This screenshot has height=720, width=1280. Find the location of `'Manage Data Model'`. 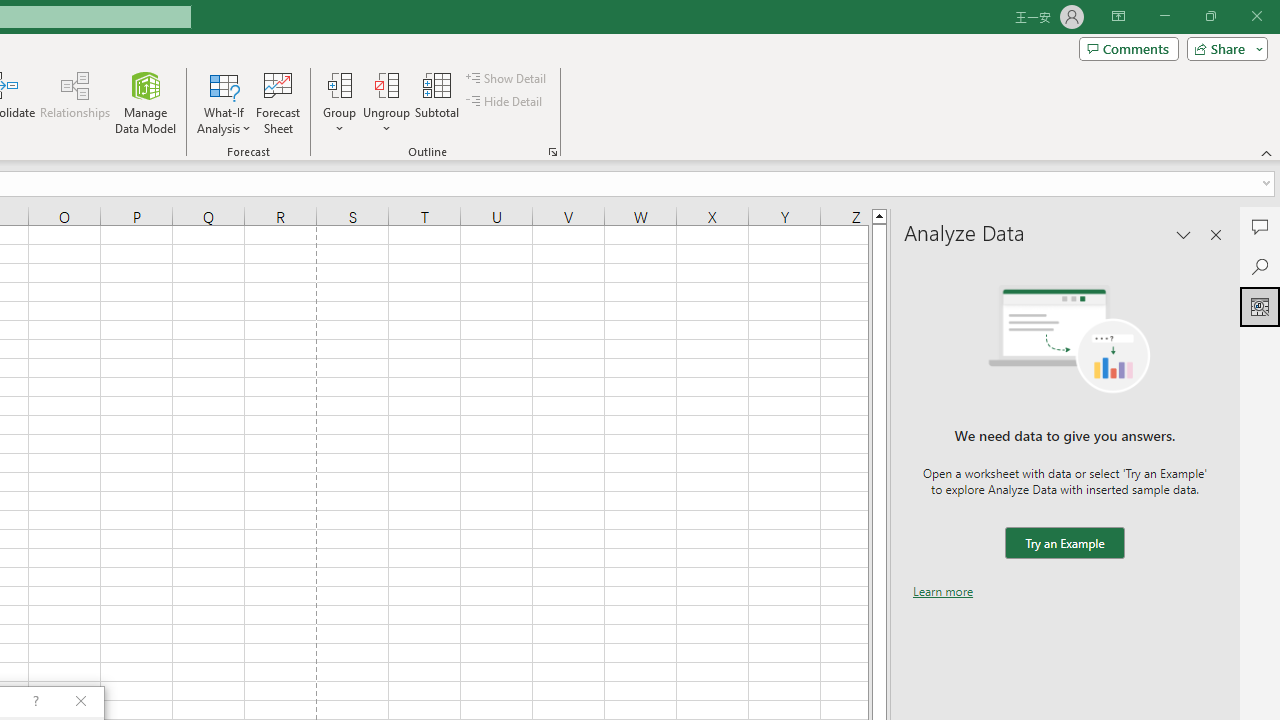

'Manage Data Model' is located at coordinates (144, 103).